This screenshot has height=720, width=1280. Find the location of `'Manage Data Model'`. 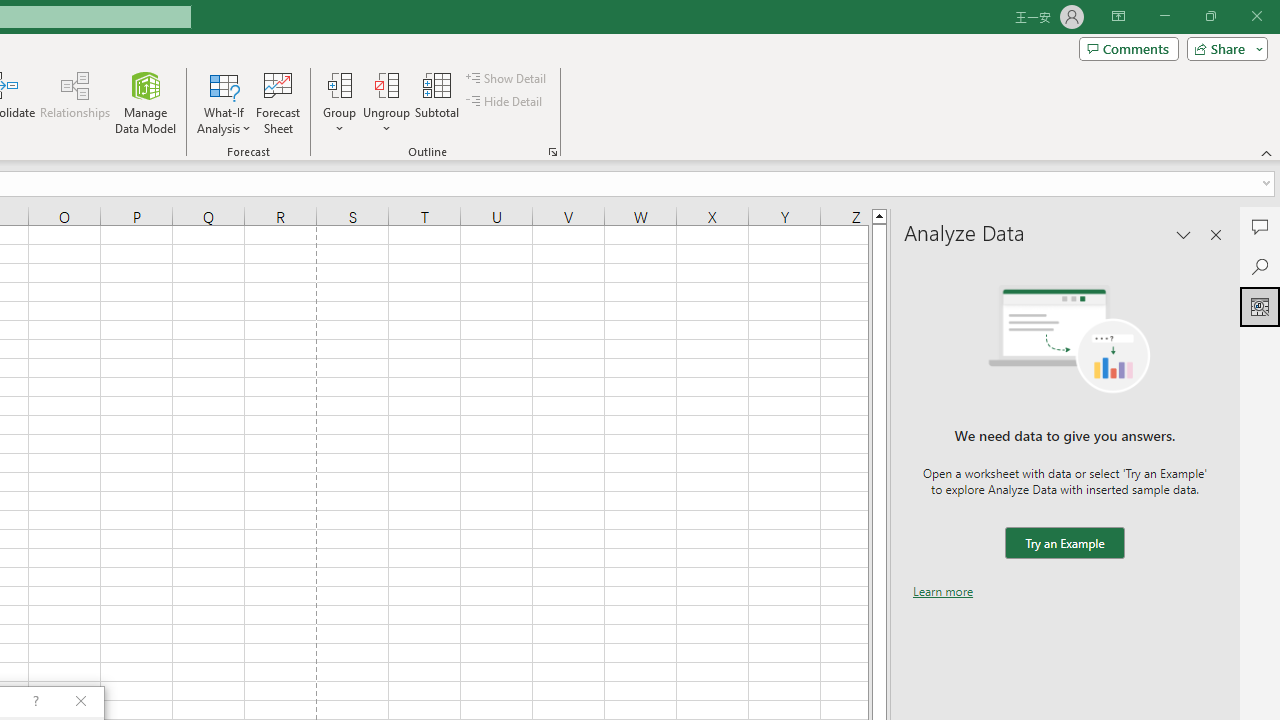

'Manage Data Model' is located at coordinates (144, 103).